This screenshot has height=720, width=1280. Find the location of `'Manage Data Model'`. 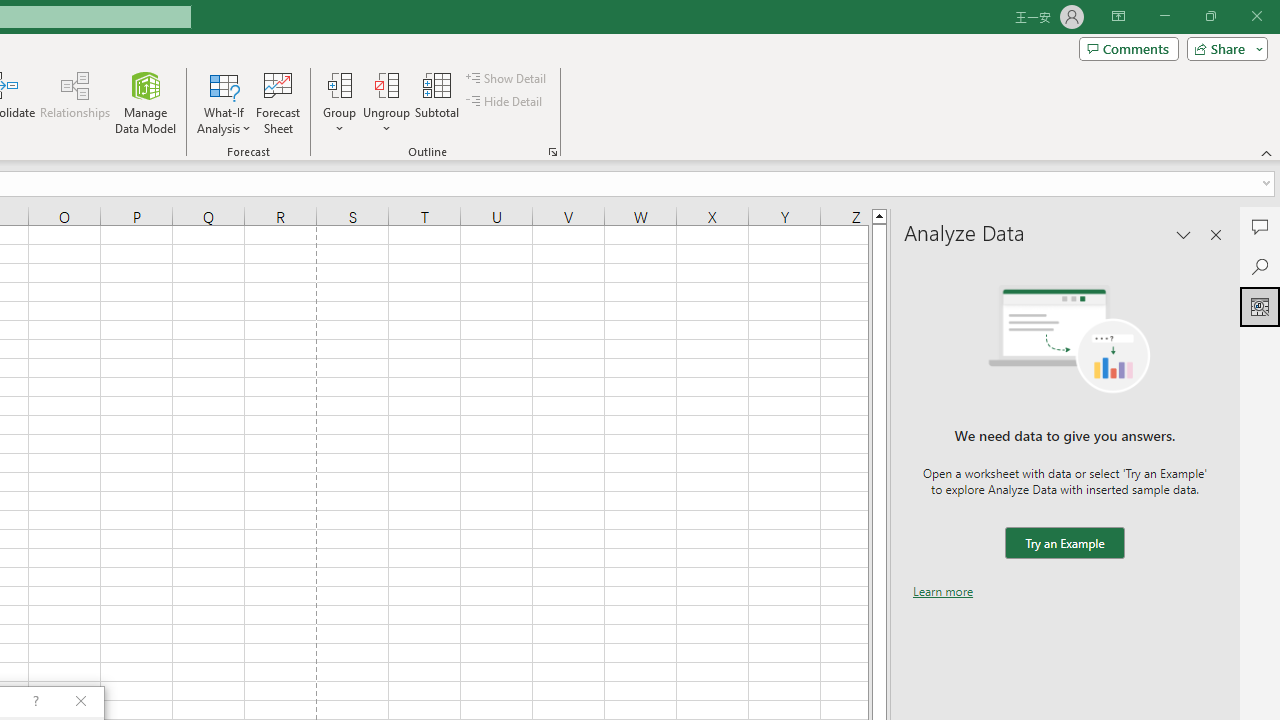

'Manage Data Model' is located at coordinates (144, 103).